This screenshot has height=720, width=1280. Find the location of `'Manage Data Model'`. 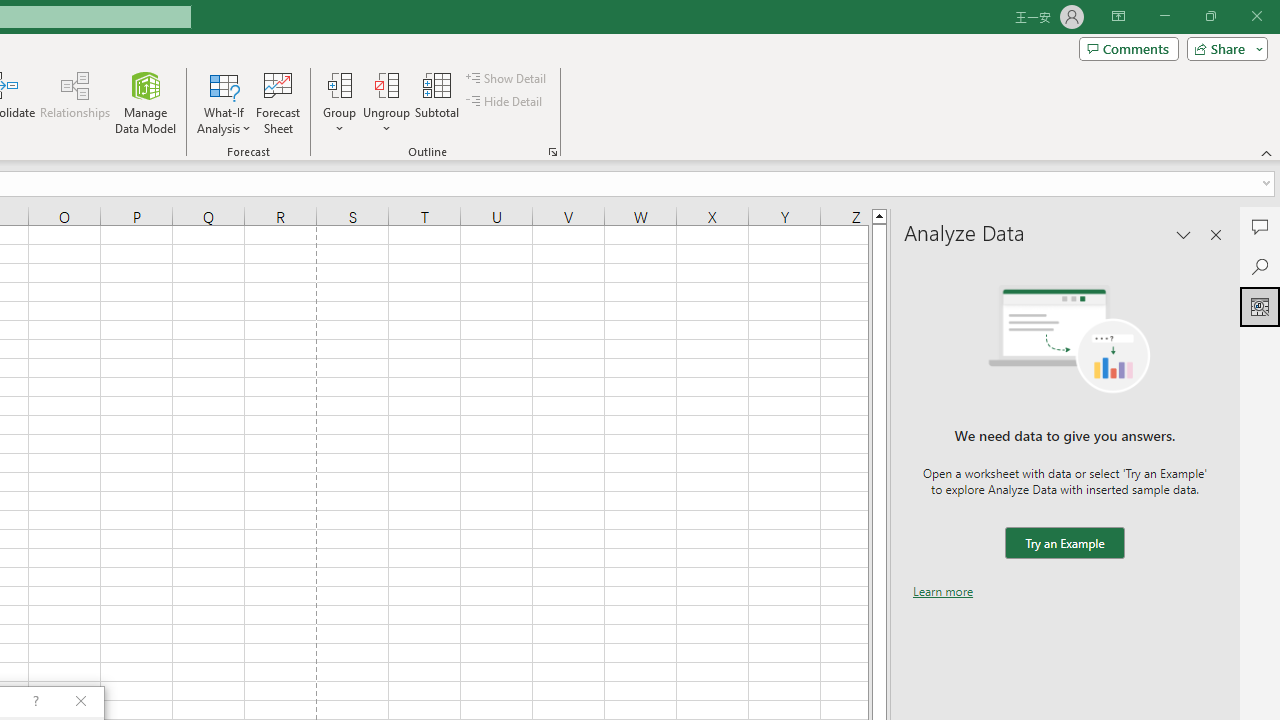

'Manage Data Model' is located at coordinates (144, 103).